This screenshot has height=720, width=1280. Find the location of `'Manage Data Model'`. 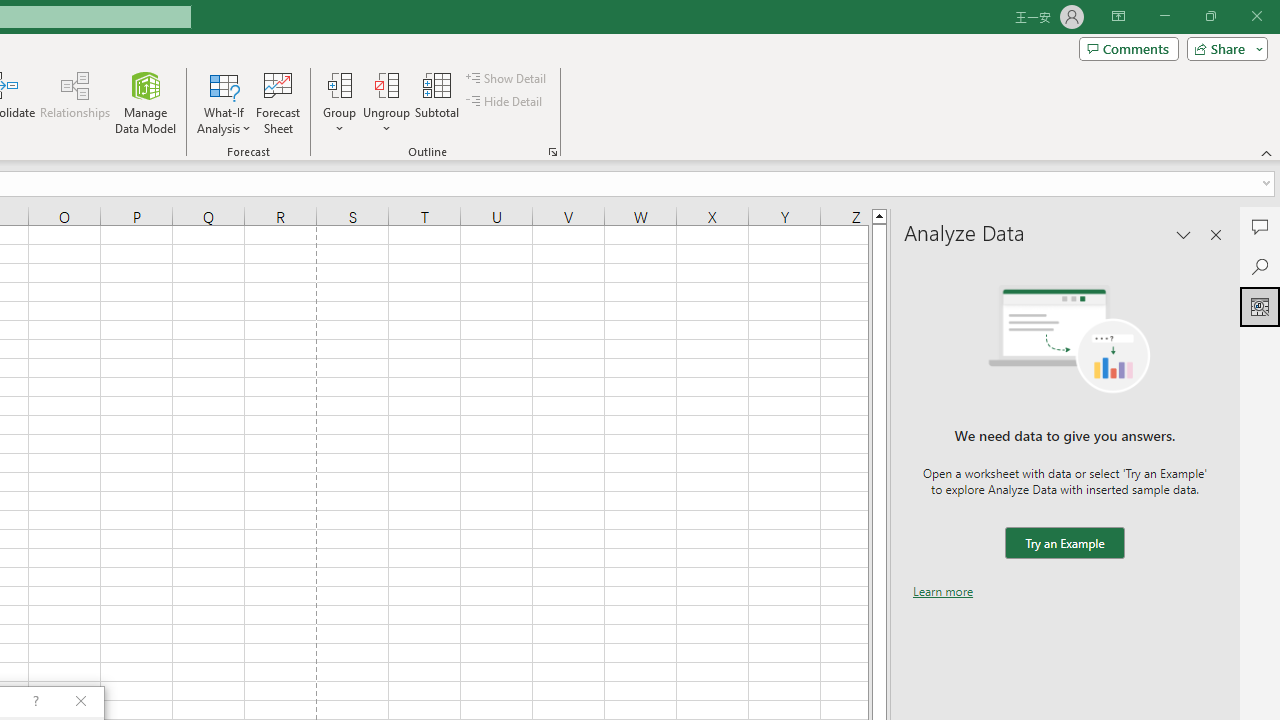

'Manage Data Model' is located at coordinates (144, 103).